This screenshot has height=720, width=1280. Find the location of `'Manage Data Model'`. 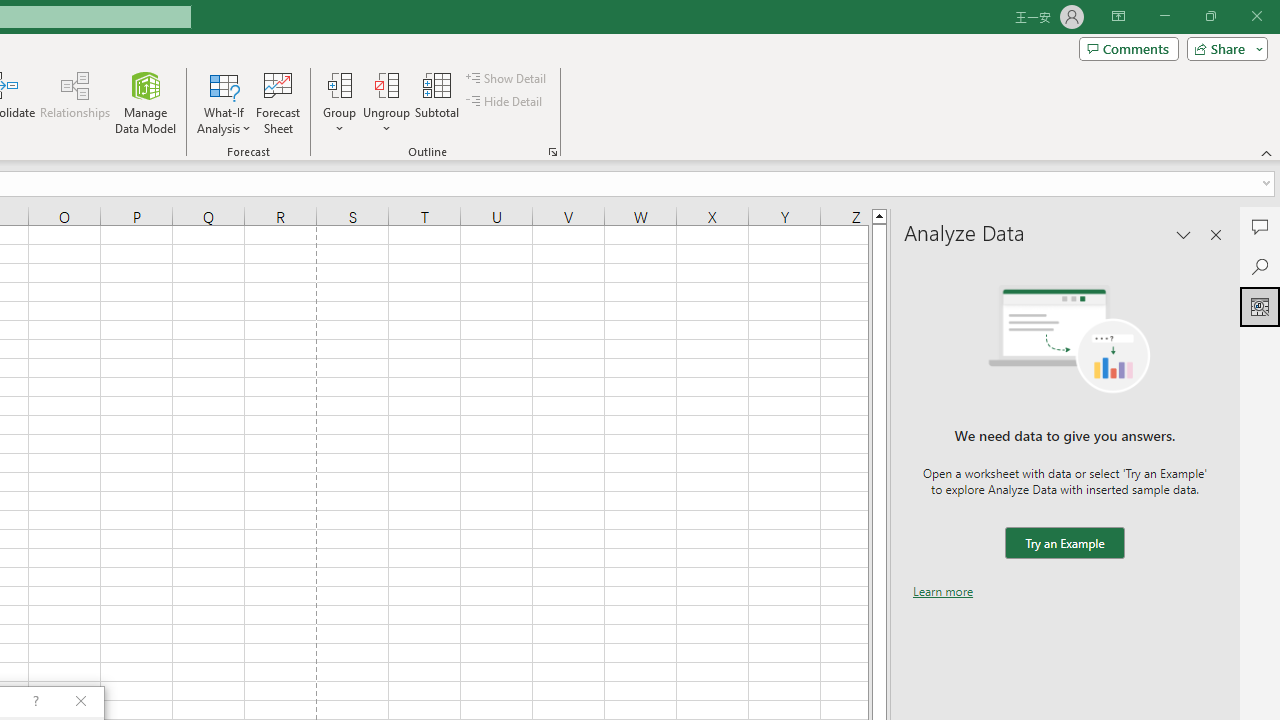

'Manage Data Model' is located at coordinates (144, 103).